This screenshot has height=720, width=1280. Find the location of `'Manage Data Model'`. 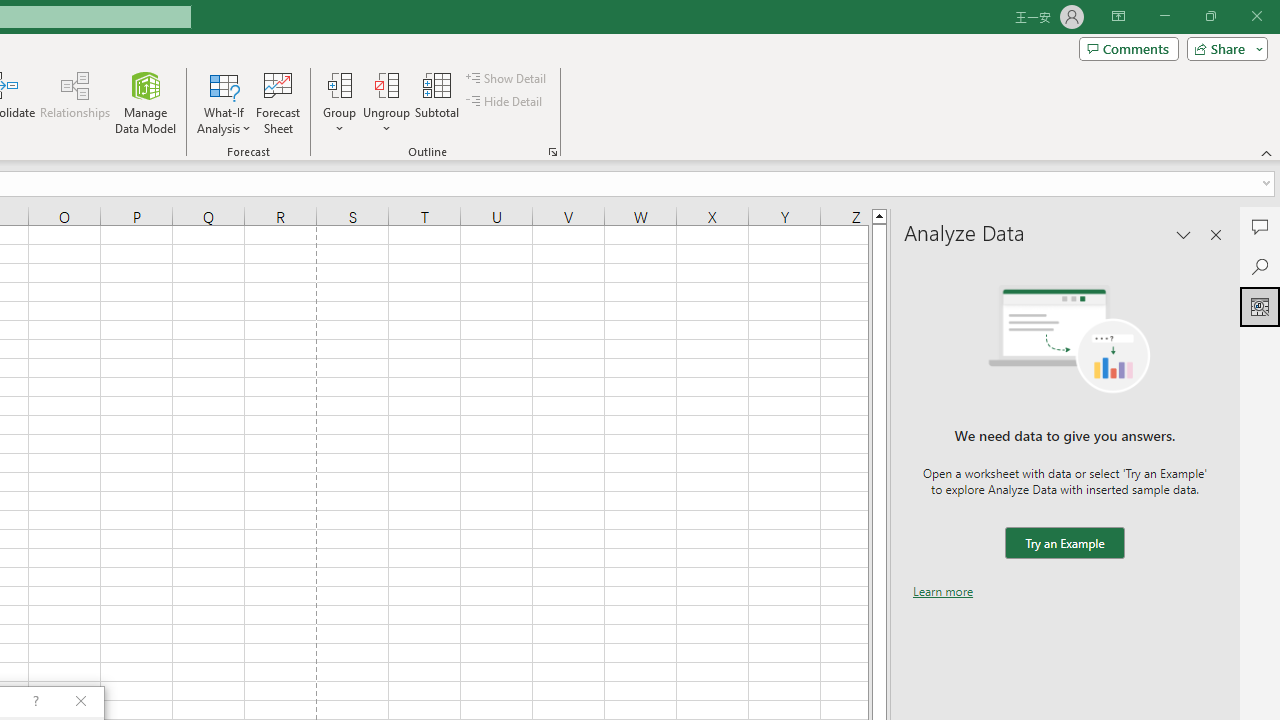

'Manage Data Model' is located at coordinates (144, 103).